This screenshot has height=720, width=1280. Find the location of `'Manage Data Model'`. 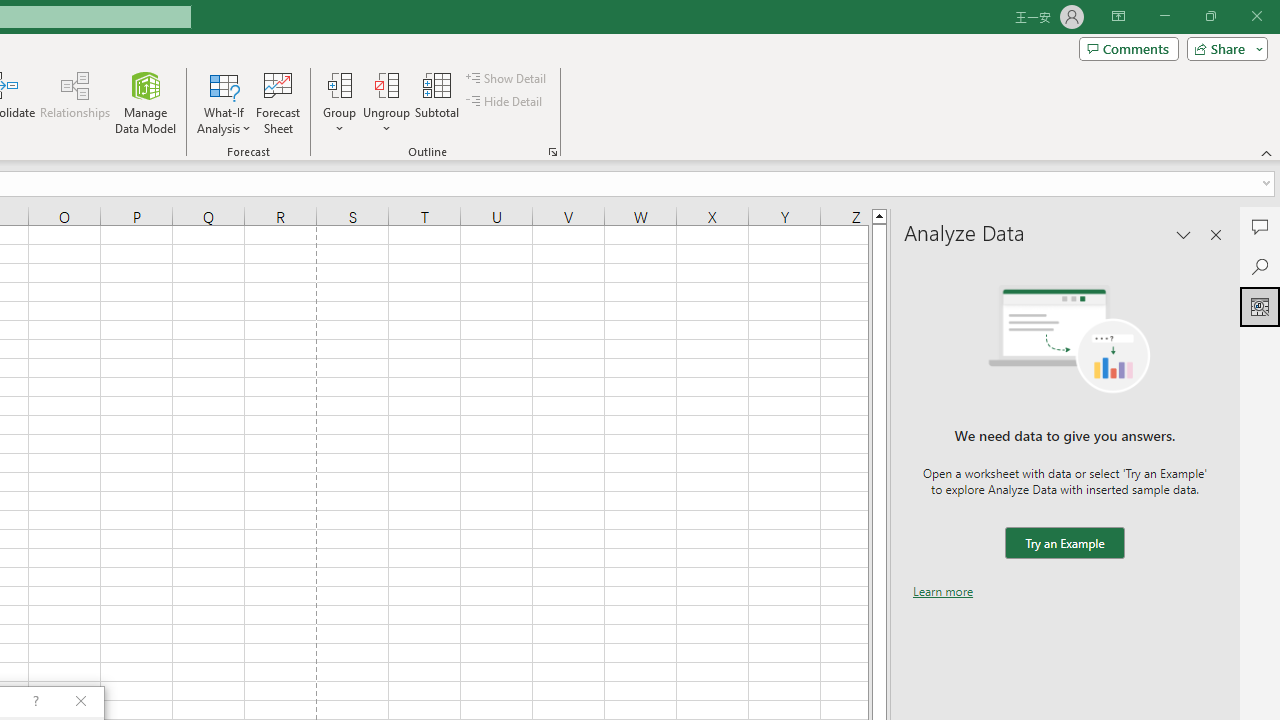

'Manage Data Model' is located at coordinates (144, 103).